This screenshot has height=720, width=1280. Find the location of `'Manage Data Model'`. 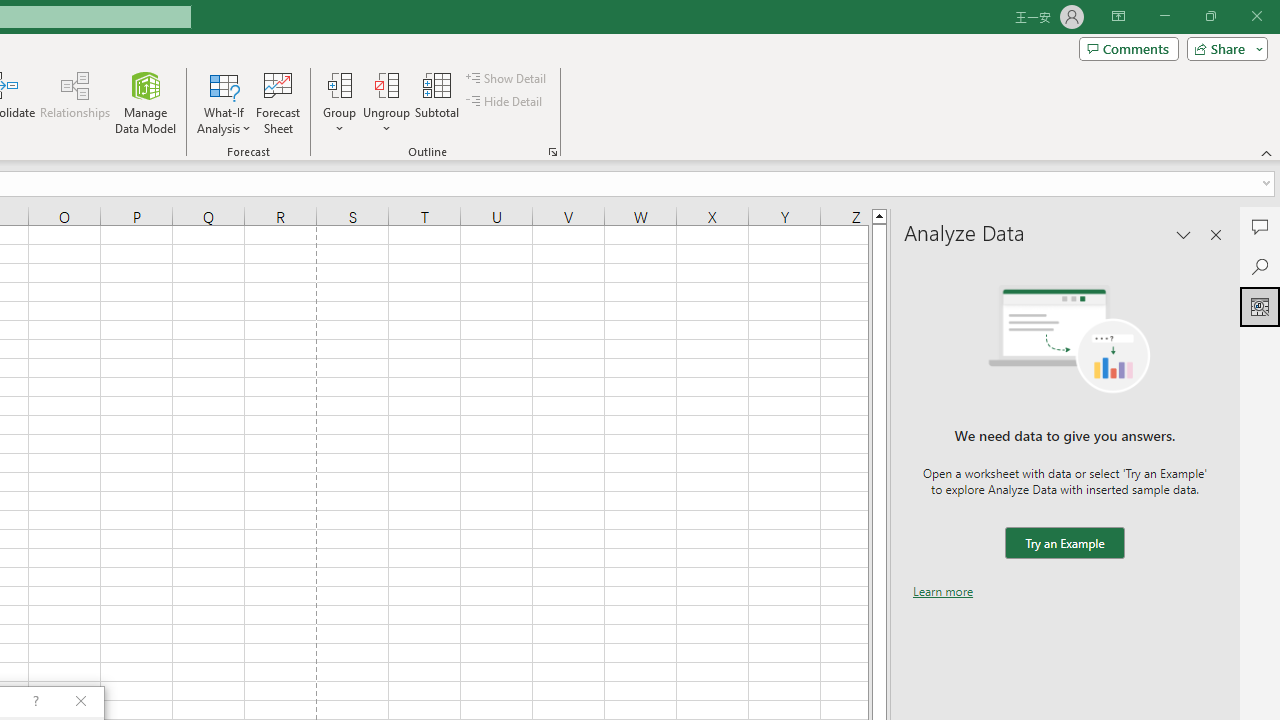

'Manage Data Model' is located at coordinates (144, 103).